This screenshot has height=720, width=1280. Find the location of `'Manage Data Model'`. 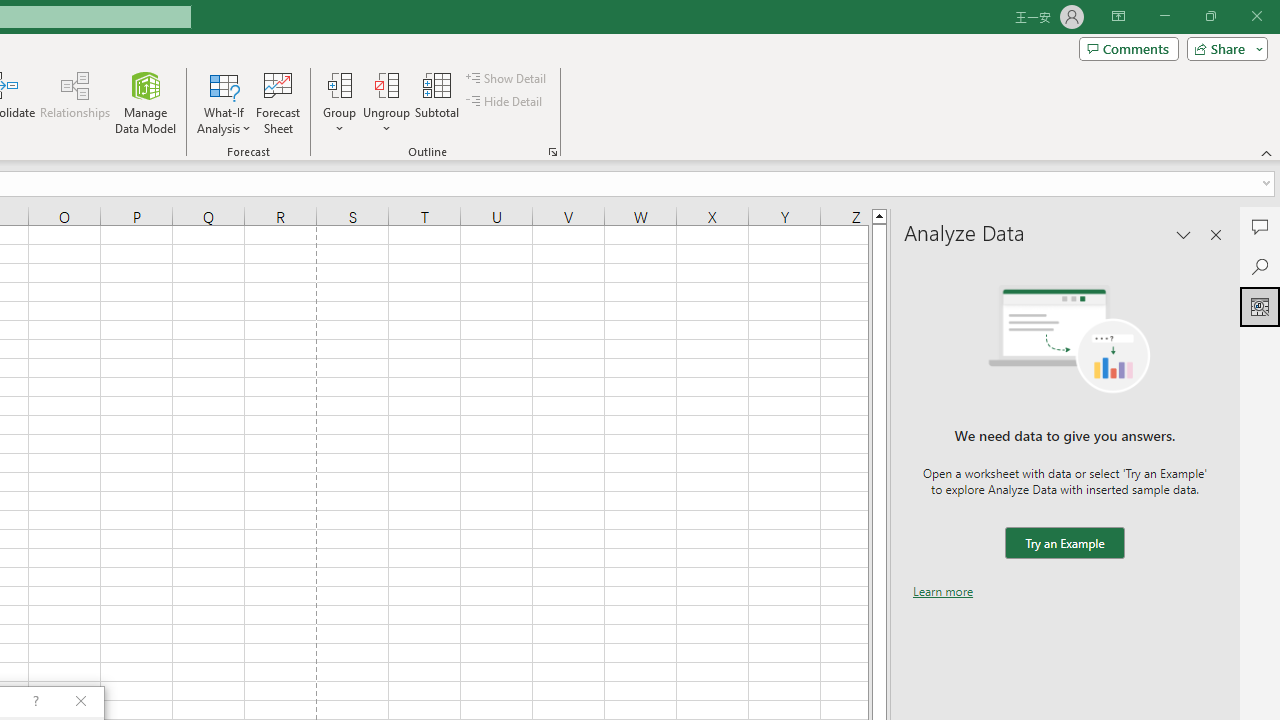

'Manage Data Model' is located at coordinates (144, 103).